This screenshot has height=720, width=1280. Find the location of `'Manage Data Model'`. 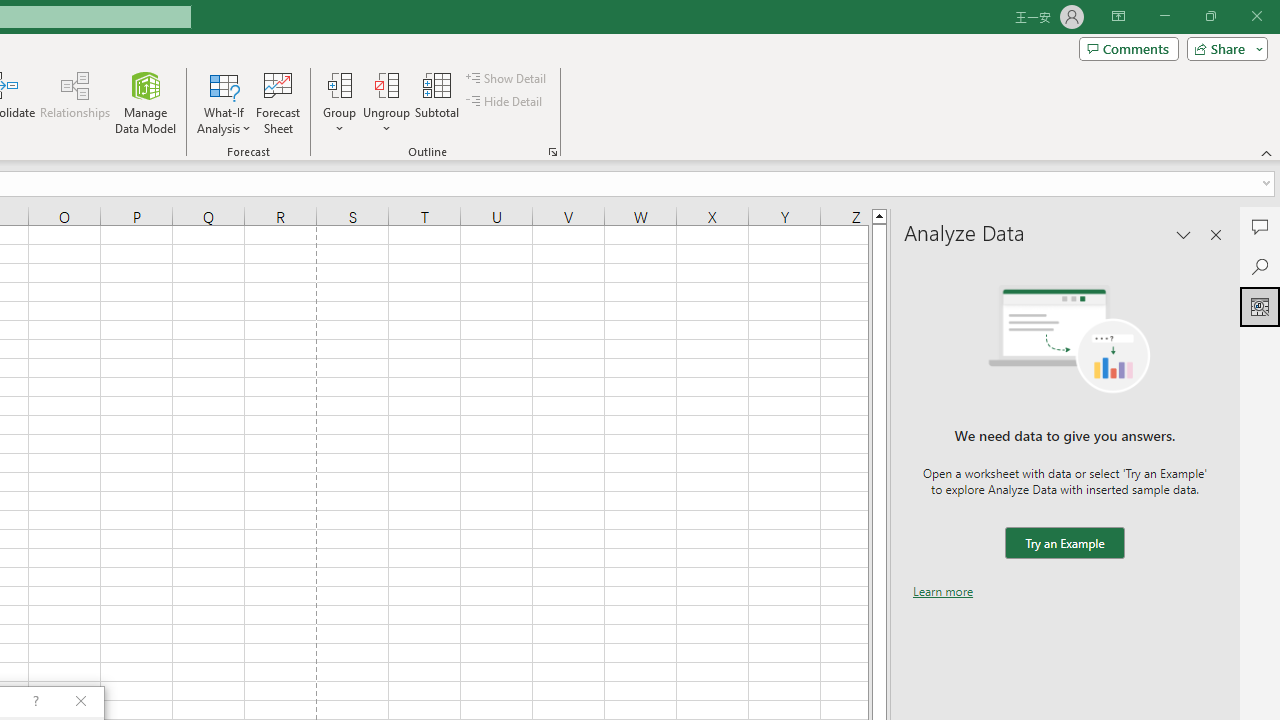

'Manage Data Model' is located at coordinates (144, 103).